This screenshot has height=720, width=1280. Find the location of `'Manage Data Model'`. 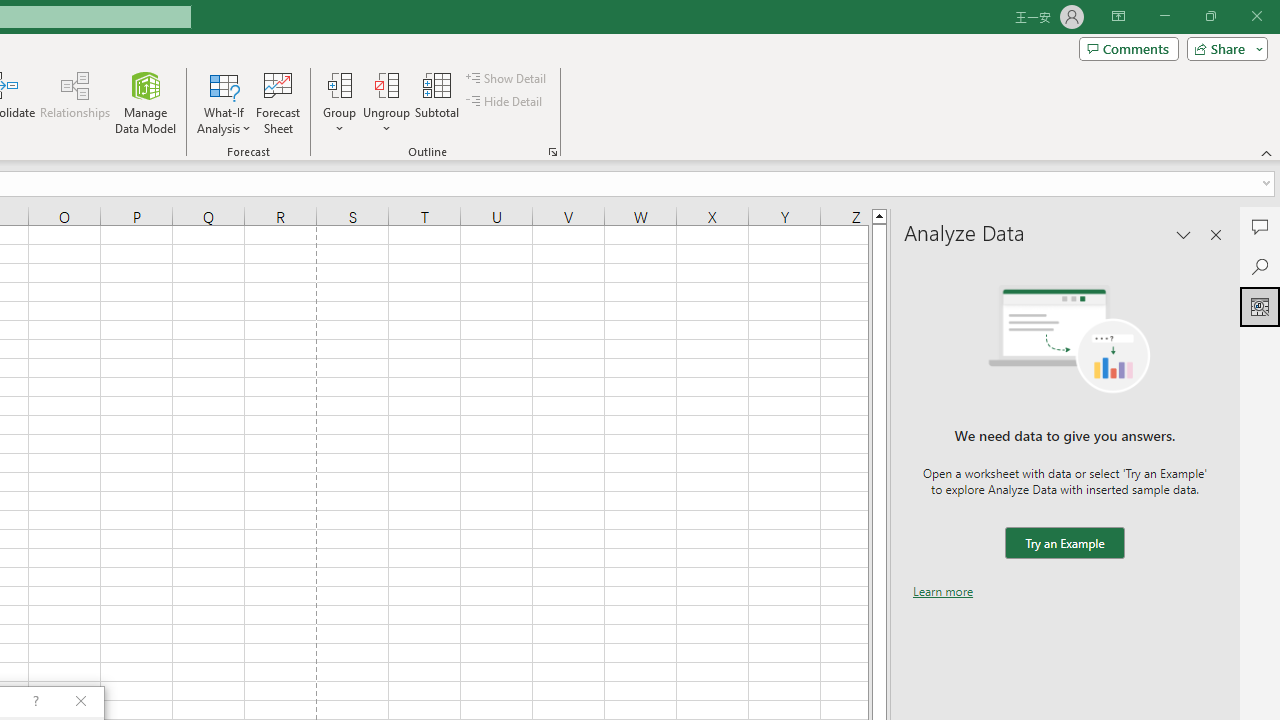

'Manage Data Model' is located at coordinates (144, 103).